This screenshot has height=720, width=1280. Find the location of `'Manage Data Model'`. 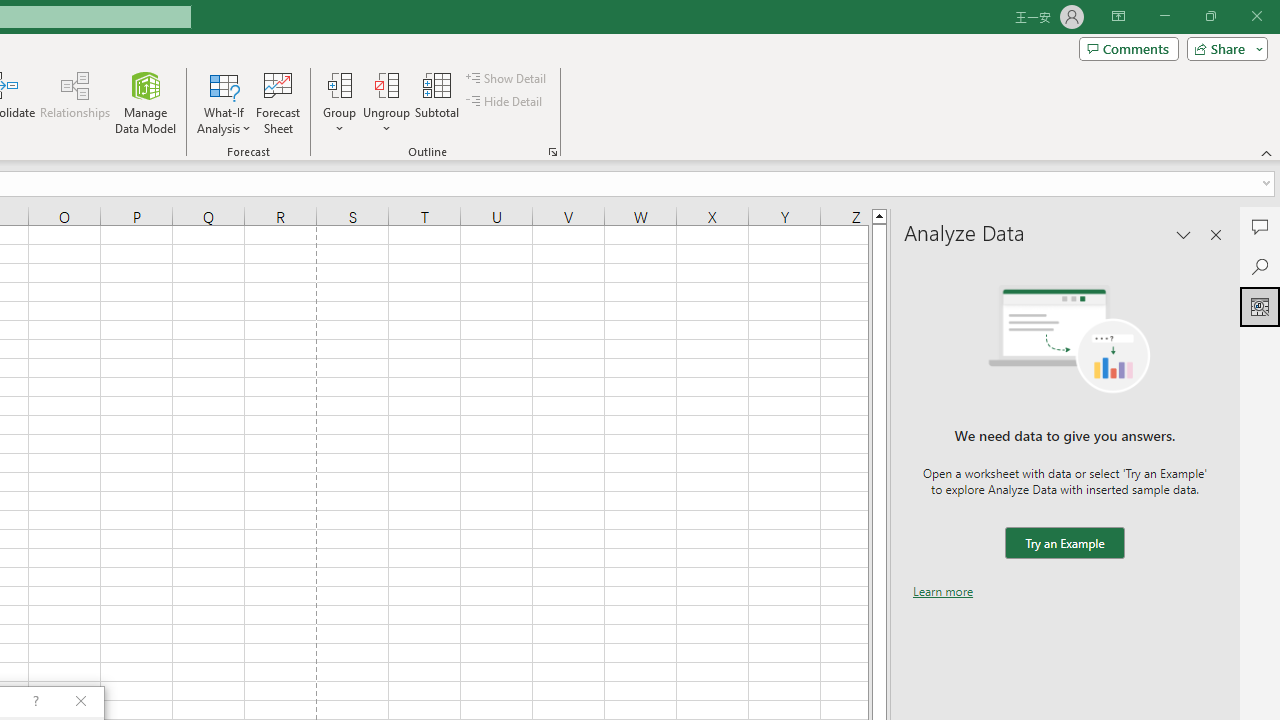

'Manage Data Model' is located at coordinates (144, 103).